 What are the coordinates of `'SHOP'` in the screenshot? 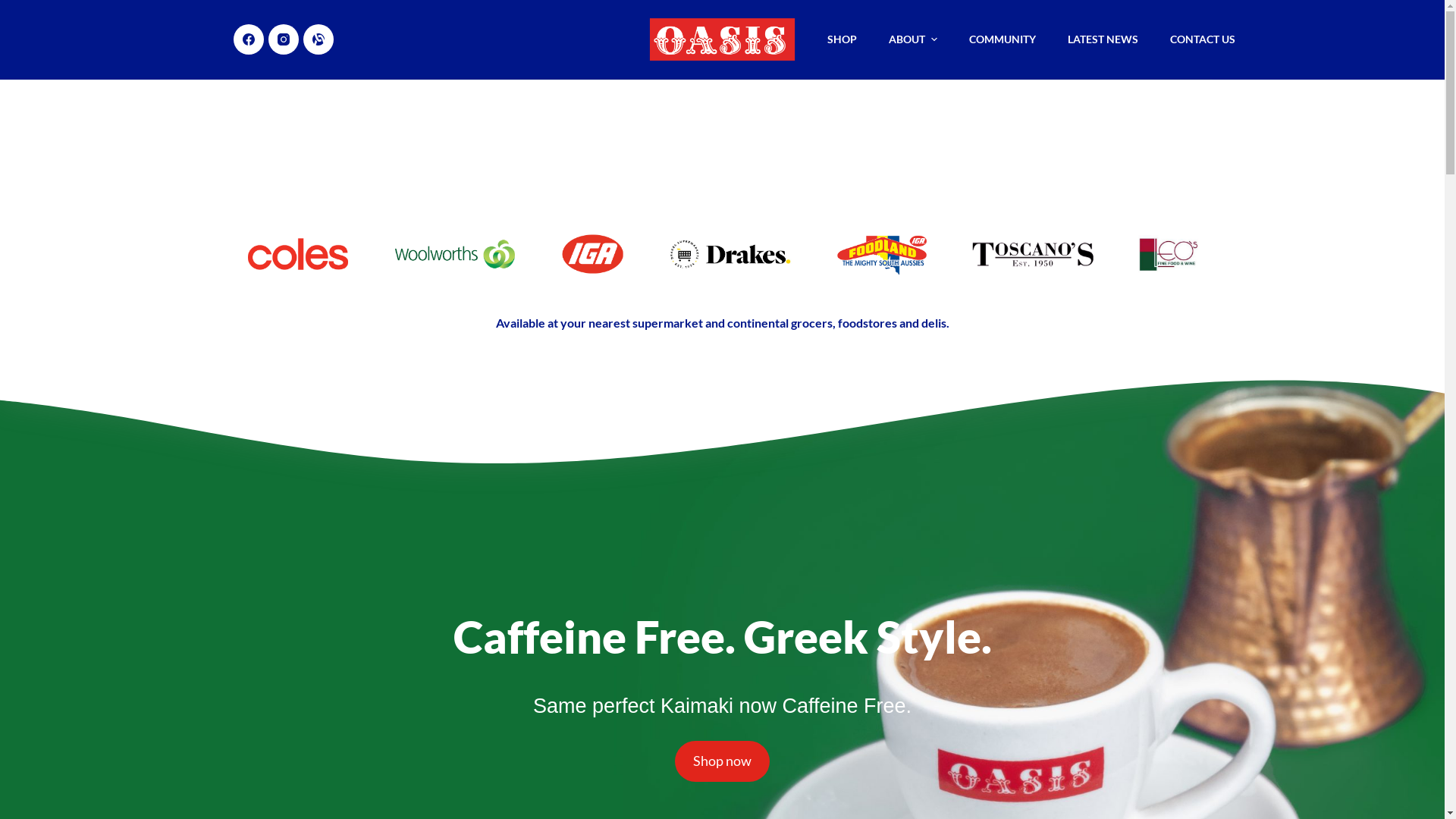 It's located at (841, 38).